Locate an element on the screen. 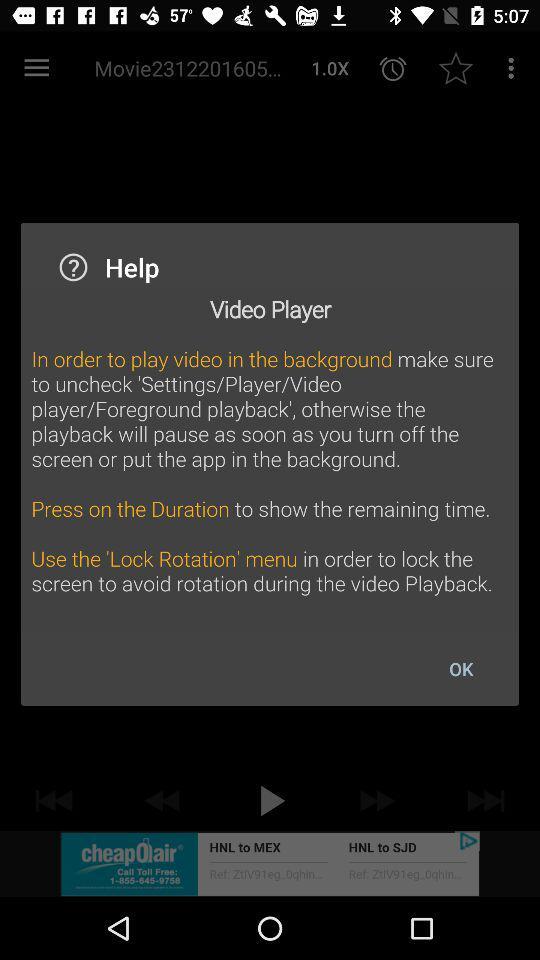 The width and height of the screenshot is (540, 960). the play icon is located at coordinates (270, 801).